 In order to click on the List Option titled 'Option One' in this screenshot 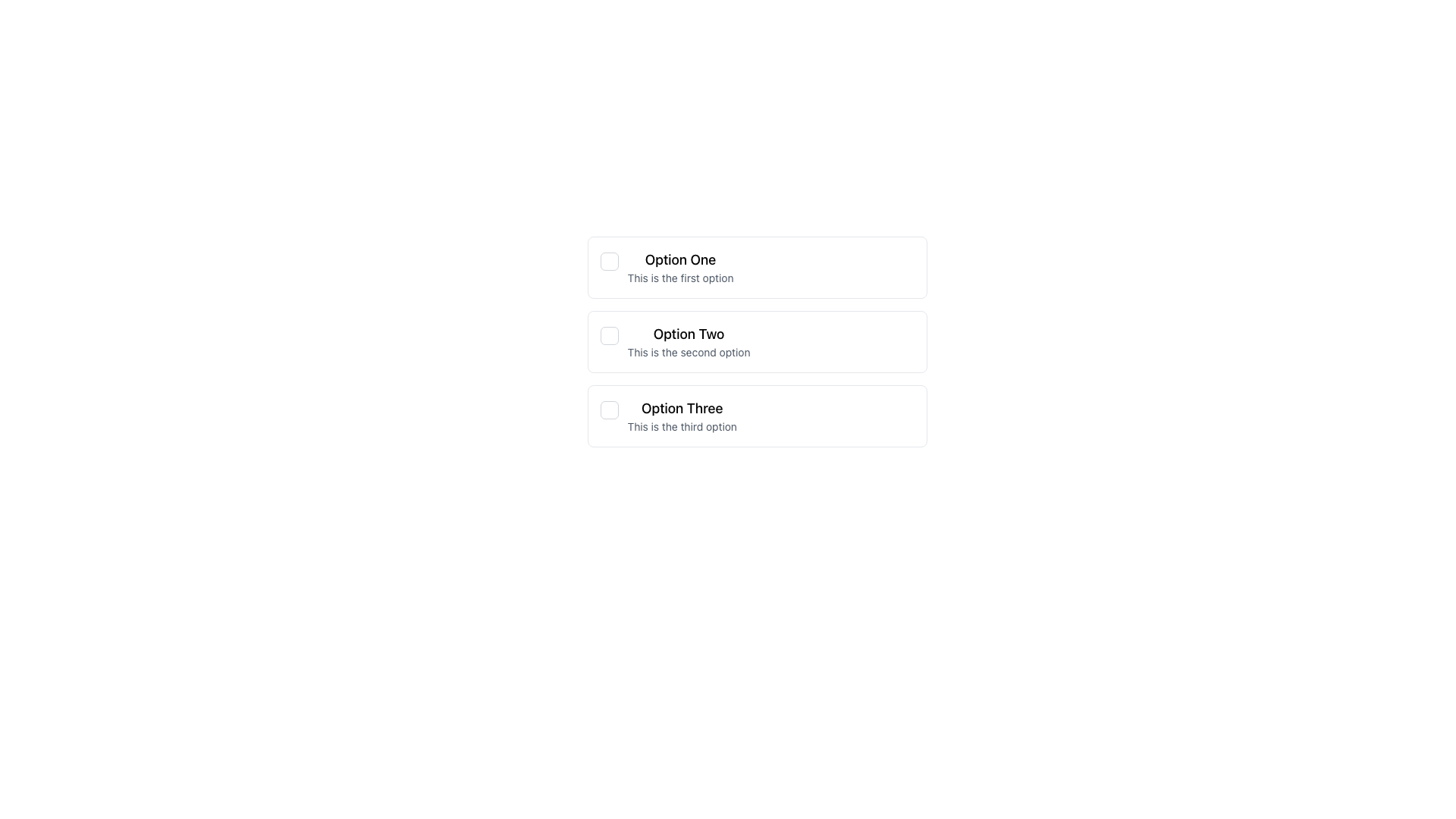, I will do `click(679, 267)`.